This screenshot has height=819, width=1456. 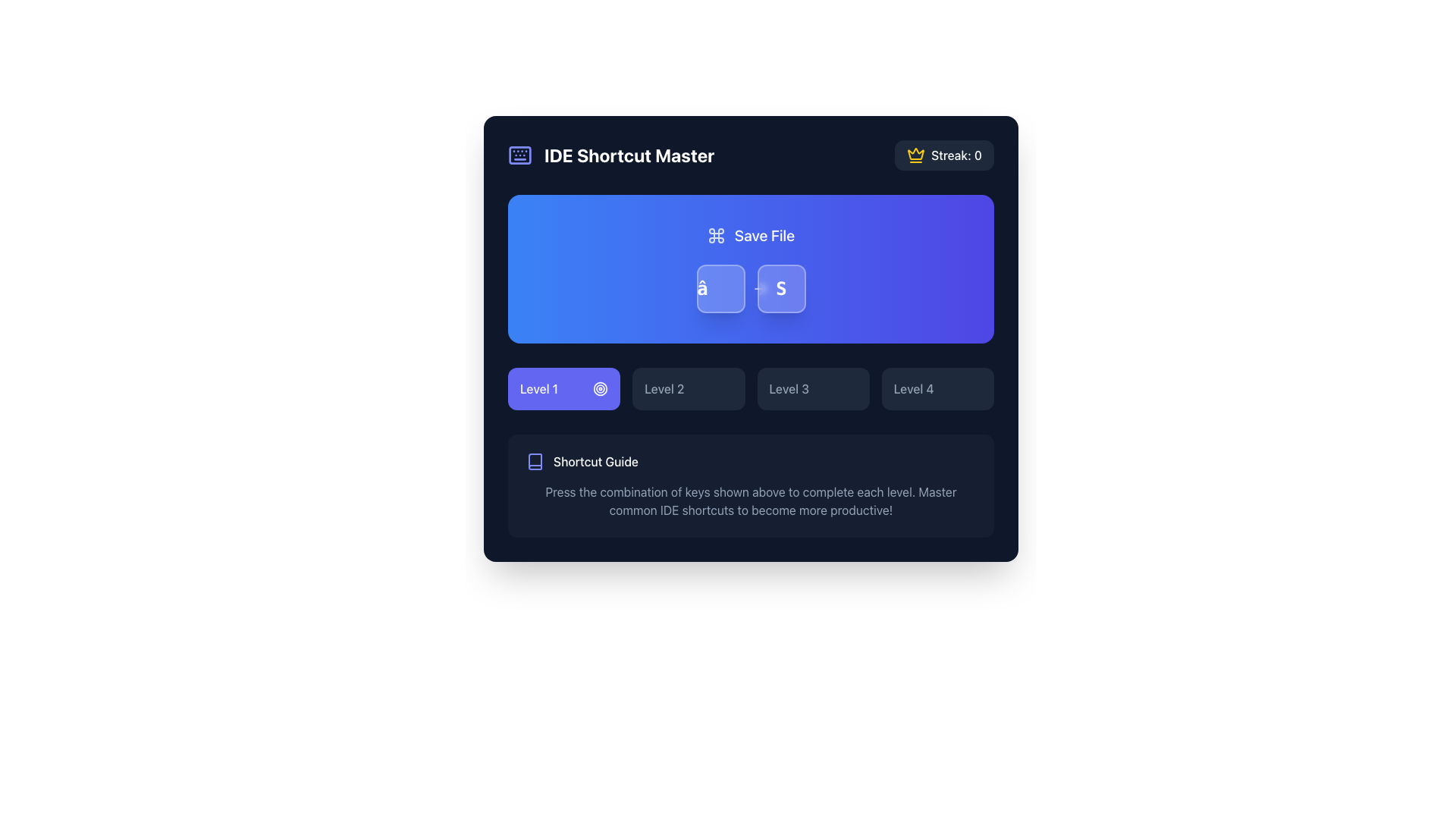 I want to click on the visual representation of the indigo-colored SVG Book Icon located near the top-left corner of the main interface, adjacent to the title text 'IDE Shortcut Master', so click(x=535, y=461).